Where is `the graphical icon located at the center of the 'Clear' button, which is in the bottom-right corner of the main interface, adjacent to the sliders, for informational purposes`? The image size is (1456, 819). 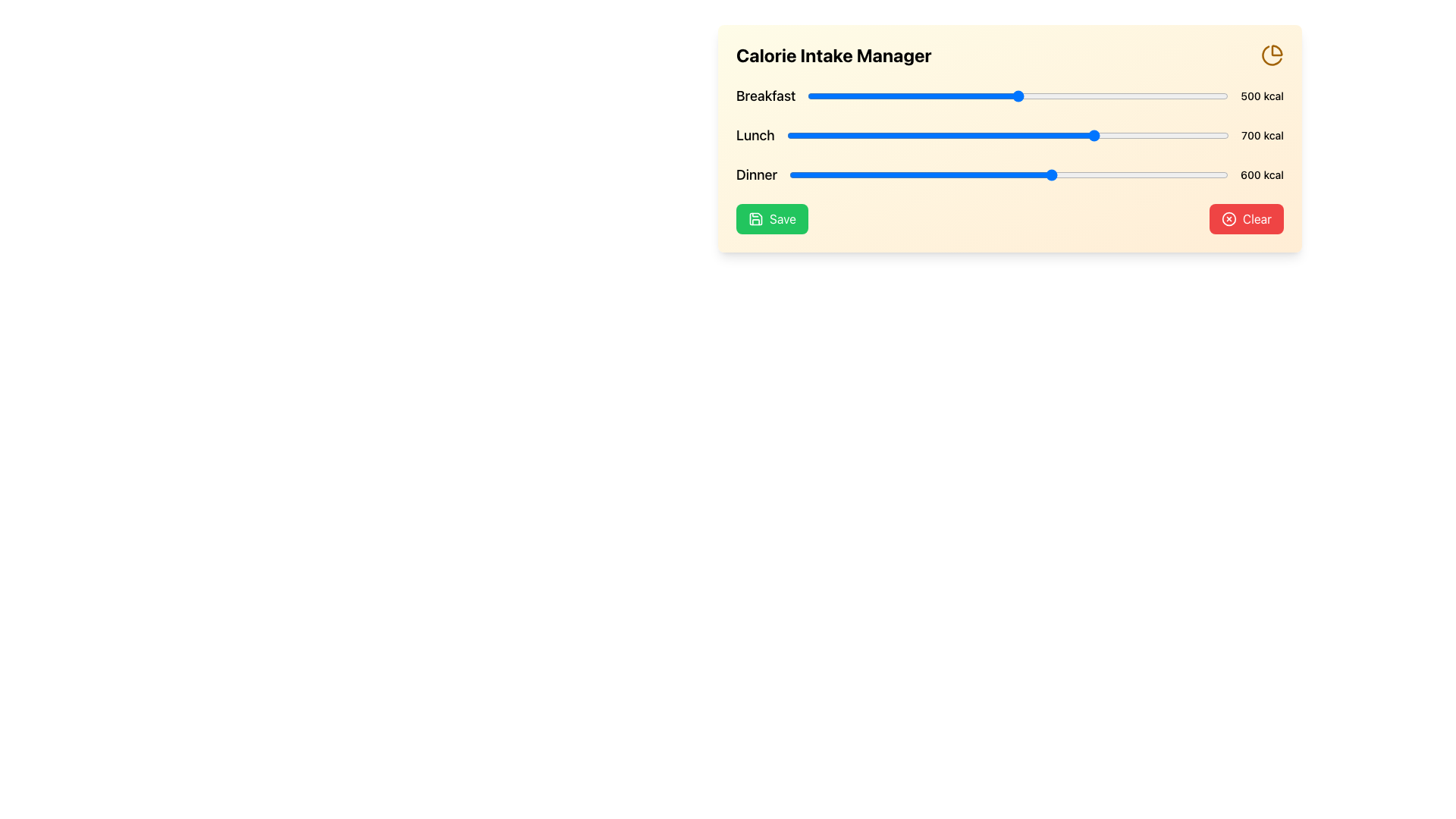 the graphical icon located at the center of the 'Clear' button, which is in the bottom-right corner of the main interface, adjacent to the sliders, for informational purposes is located at coordinates (1229, 219).